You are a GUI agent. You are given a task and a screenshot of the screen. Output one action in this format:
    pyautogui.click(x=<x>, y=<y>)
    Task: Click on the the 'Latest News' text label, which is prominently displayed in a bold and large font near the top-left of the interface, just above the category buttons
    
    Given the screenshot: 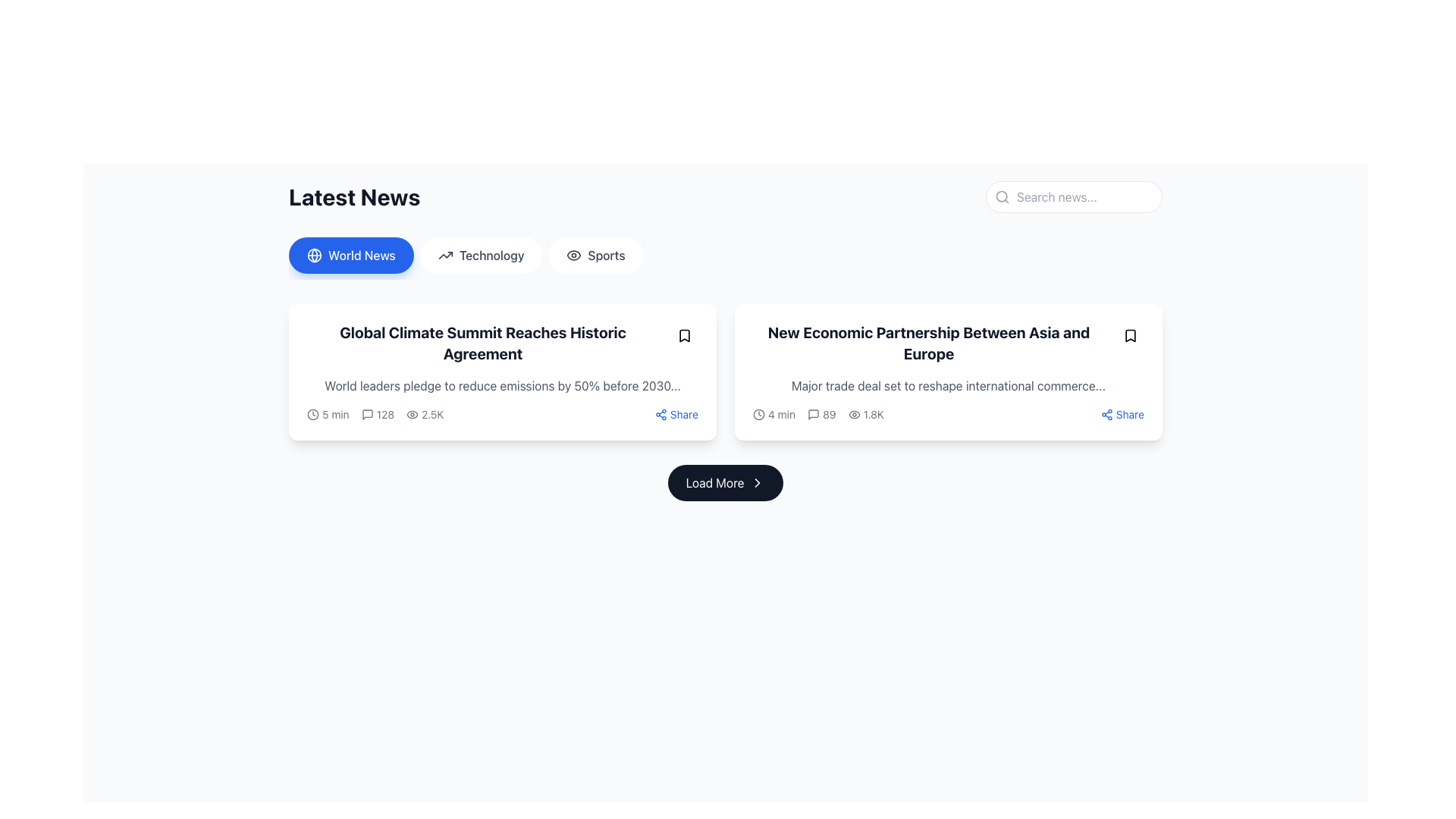 What is the action you would take?
    pyautogui.click(x=353, y=196)
    